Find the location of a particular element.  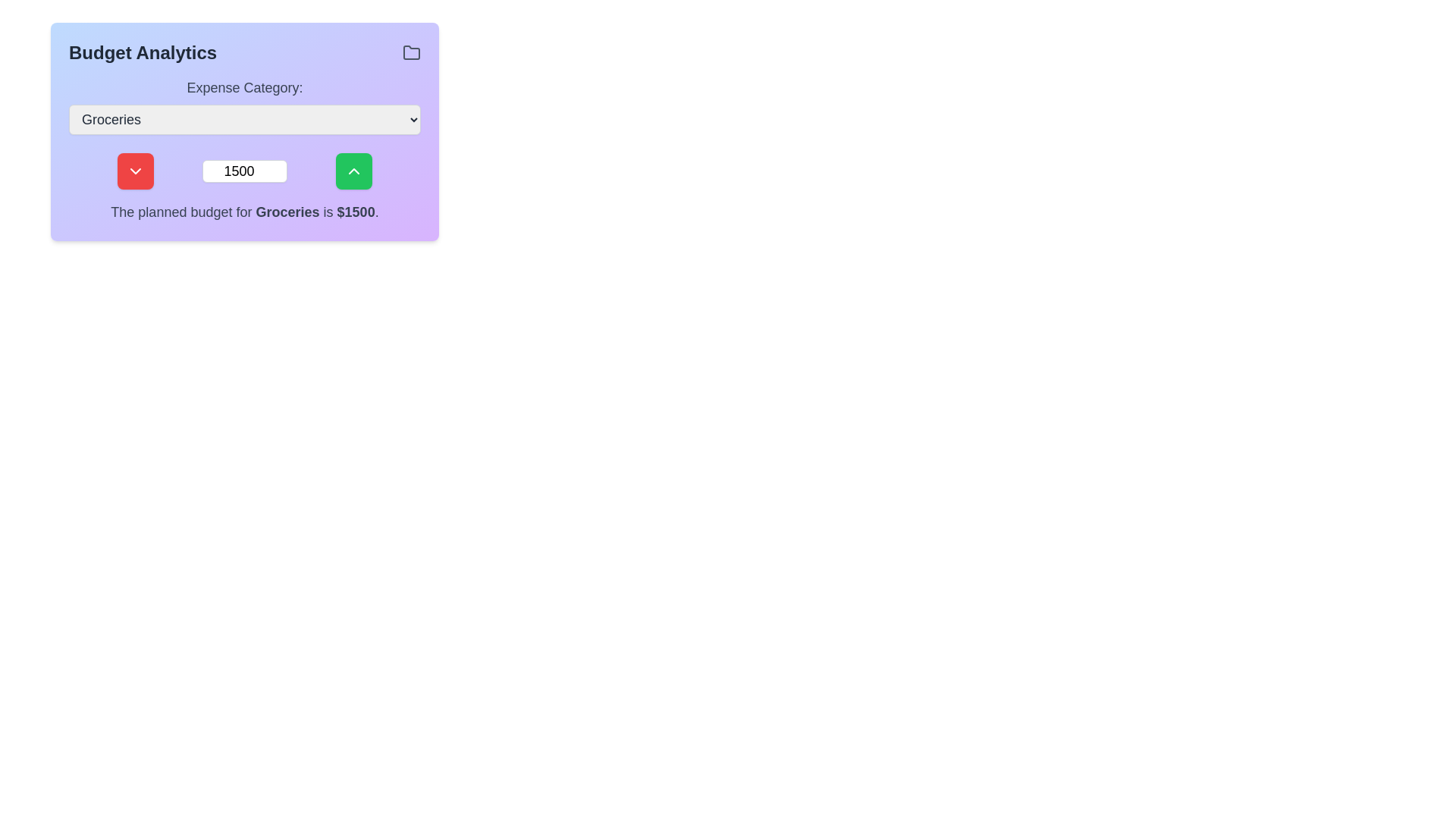

top portion of the folder icon represented by a vector graphic styled with rounded corners, located at the top-right corner of the interface is located at coordinates (411, 52).